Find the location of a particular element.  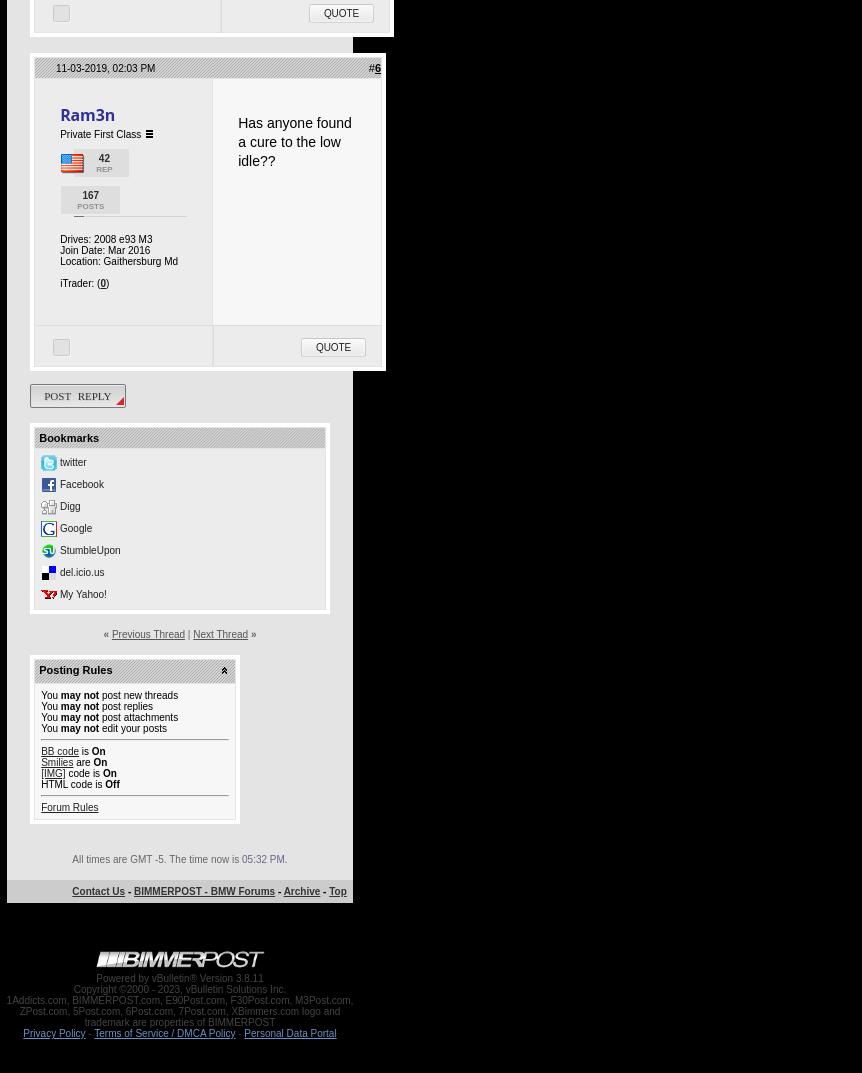

'05:32 PM' is located at coordinates (261, 858).